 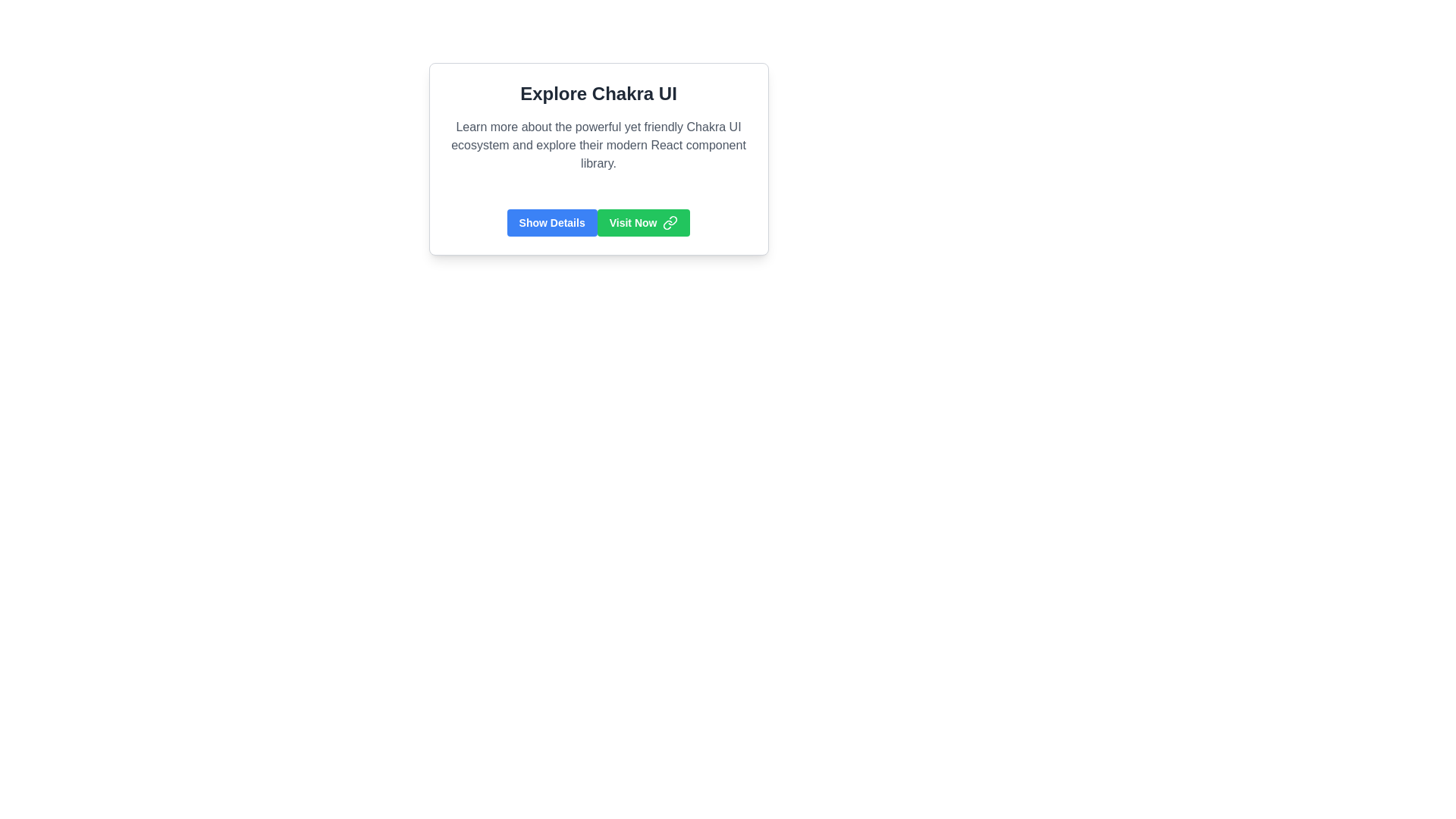 I want to click on text 'Explore Chakra UI' from the bold headline positioned at the top of the section, so click(x=598, y=93).